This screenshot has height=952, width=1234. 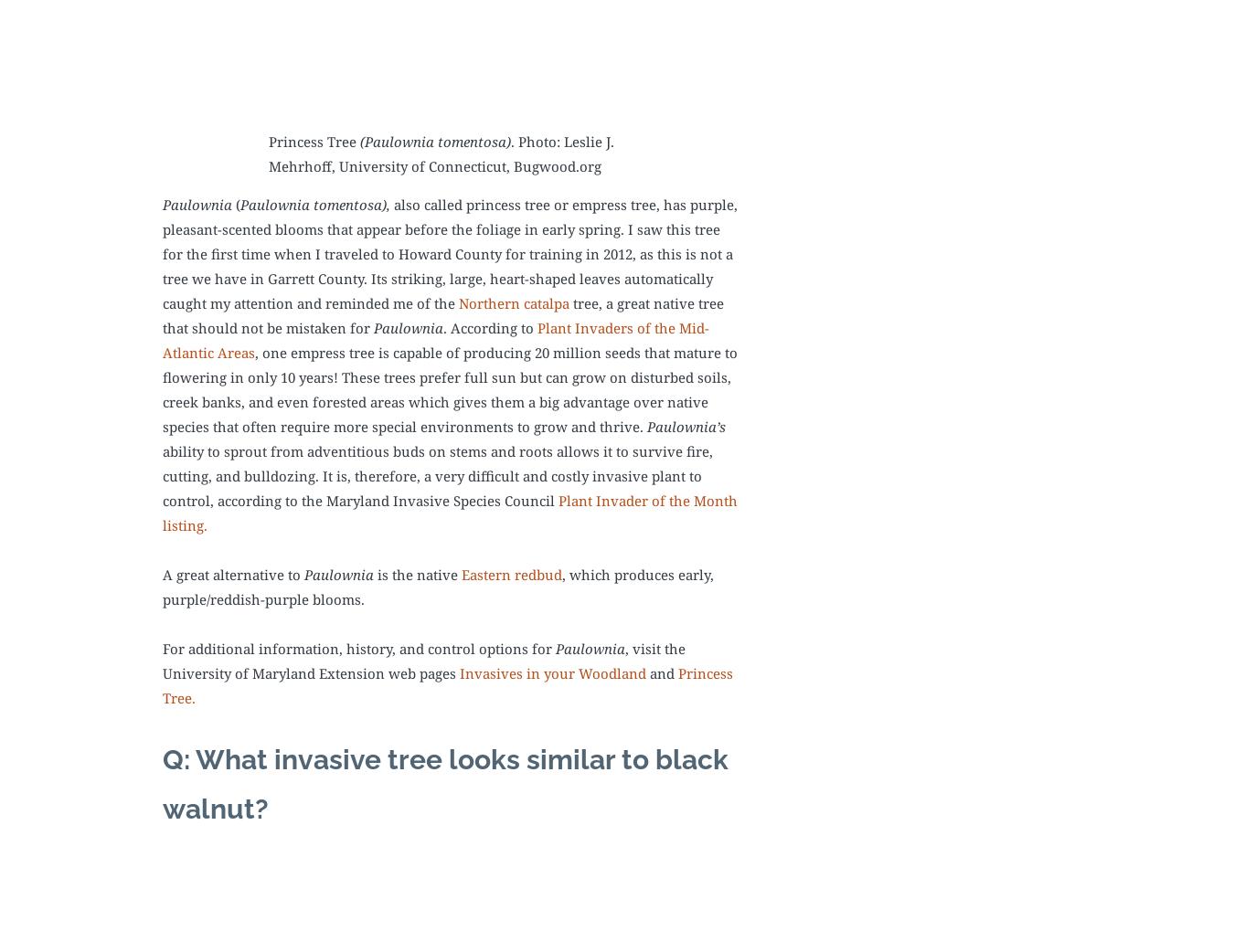 What do you see at coordinates (449, 512) in the screenshot?
I see `'Plant Invader of the Month listing.'` at bounding box center [449, 512].